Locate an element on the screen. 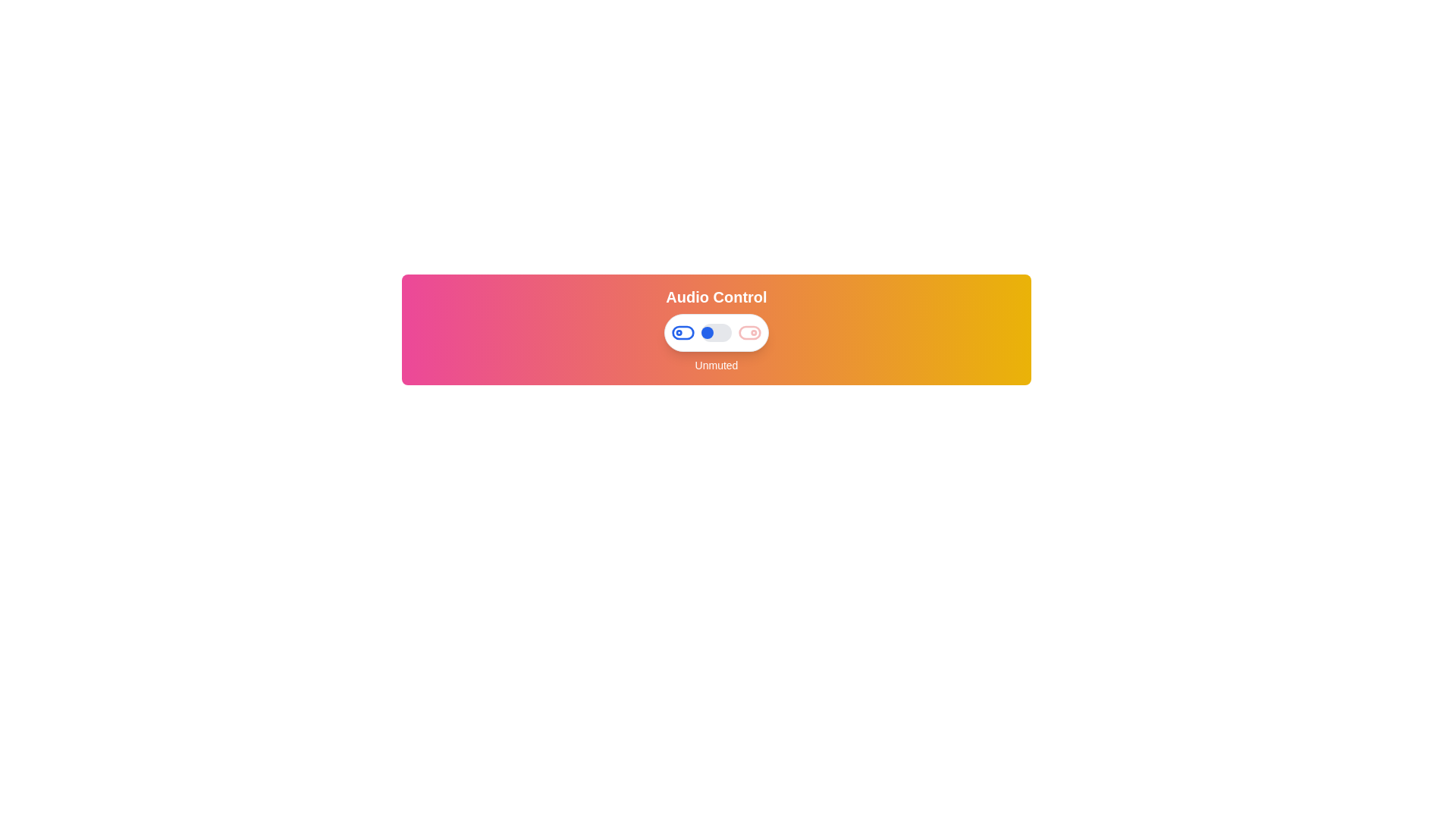  the right toggle button with a red color and semi-transparent design located under 'Audio Control' is located at coordinates (749, 332).